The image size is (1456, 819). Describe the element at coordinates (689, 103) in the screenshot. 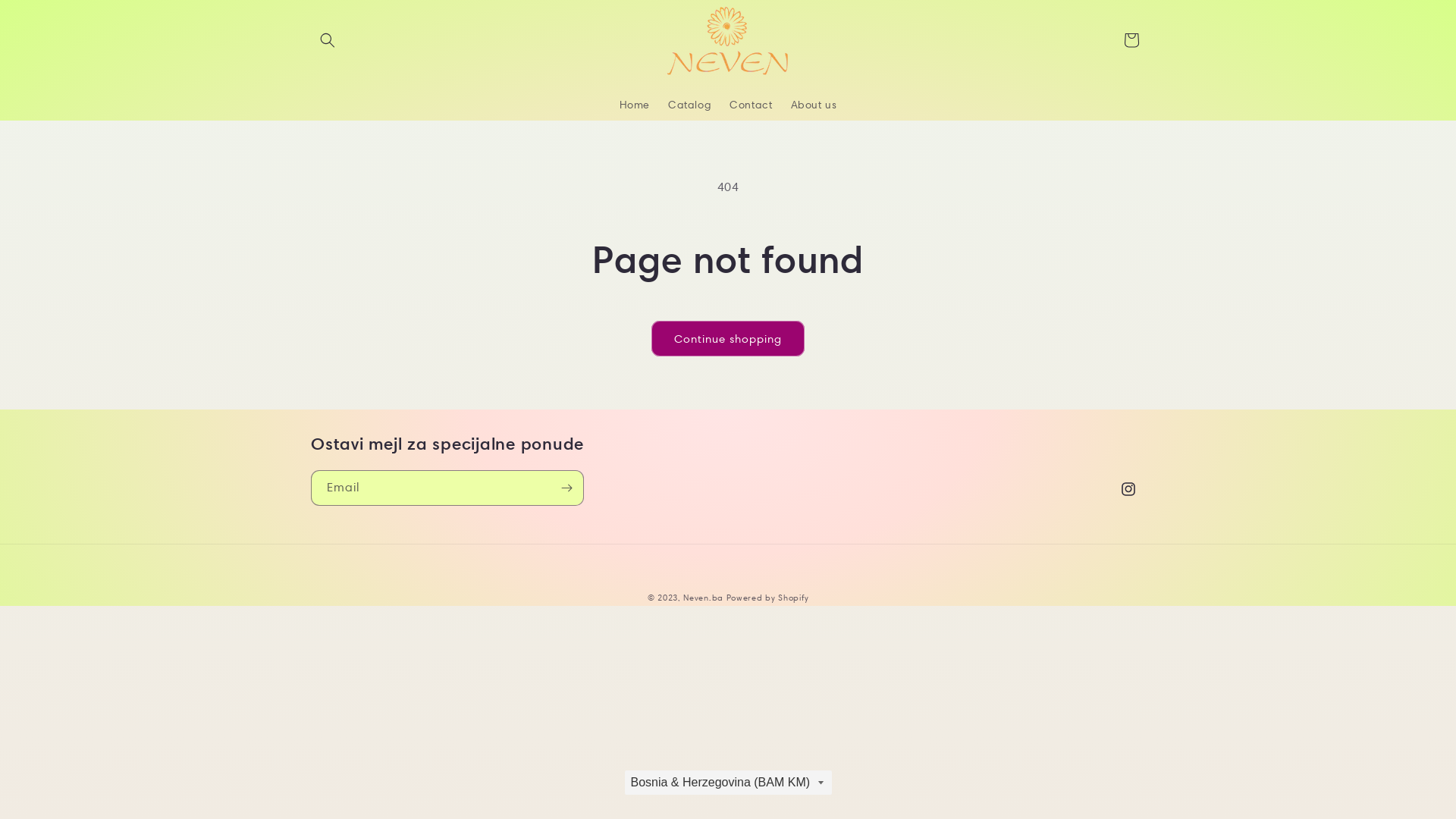

I see `'Catalog'` at that location.